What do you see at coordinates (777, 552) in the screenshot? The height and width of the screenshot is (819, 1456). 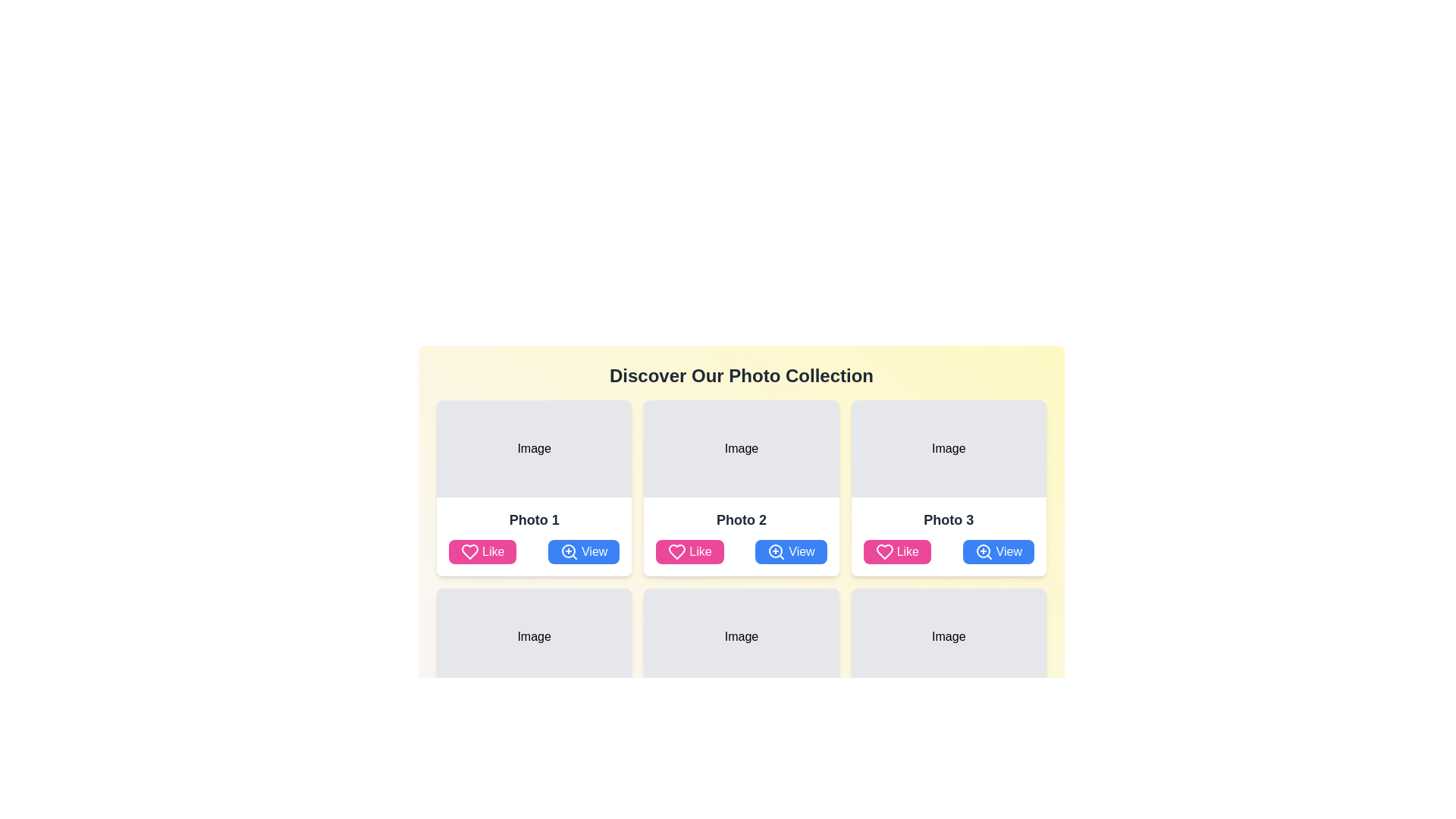 I see `the zoom-in icon located within the 'View' button of the second item in the grid under 'Discover Our Photo Collection'` at bounding box center [777, 552].